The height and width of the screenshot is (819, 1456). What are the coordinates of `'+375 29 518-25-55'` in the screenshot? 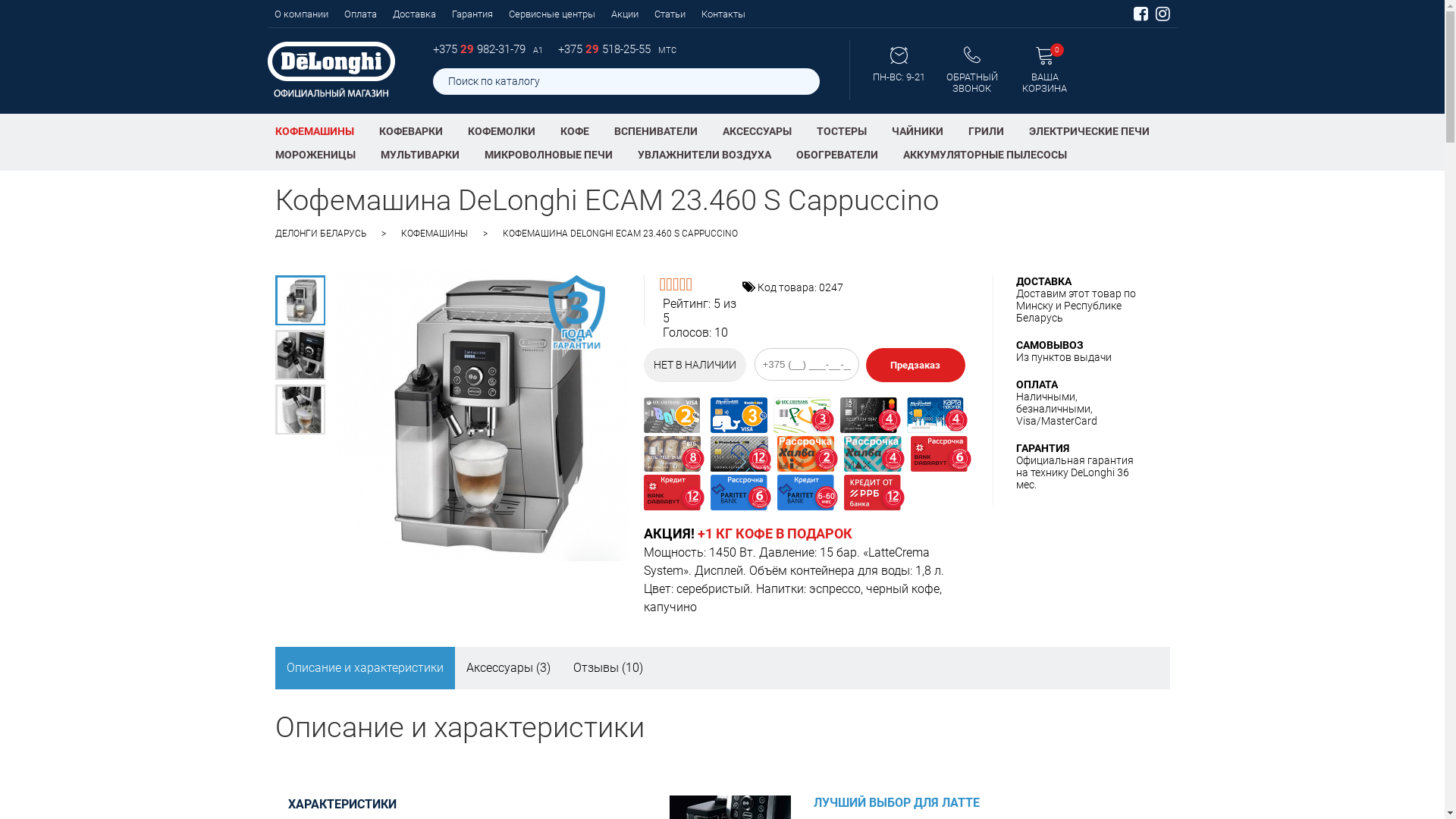 It's located at (604, 49).